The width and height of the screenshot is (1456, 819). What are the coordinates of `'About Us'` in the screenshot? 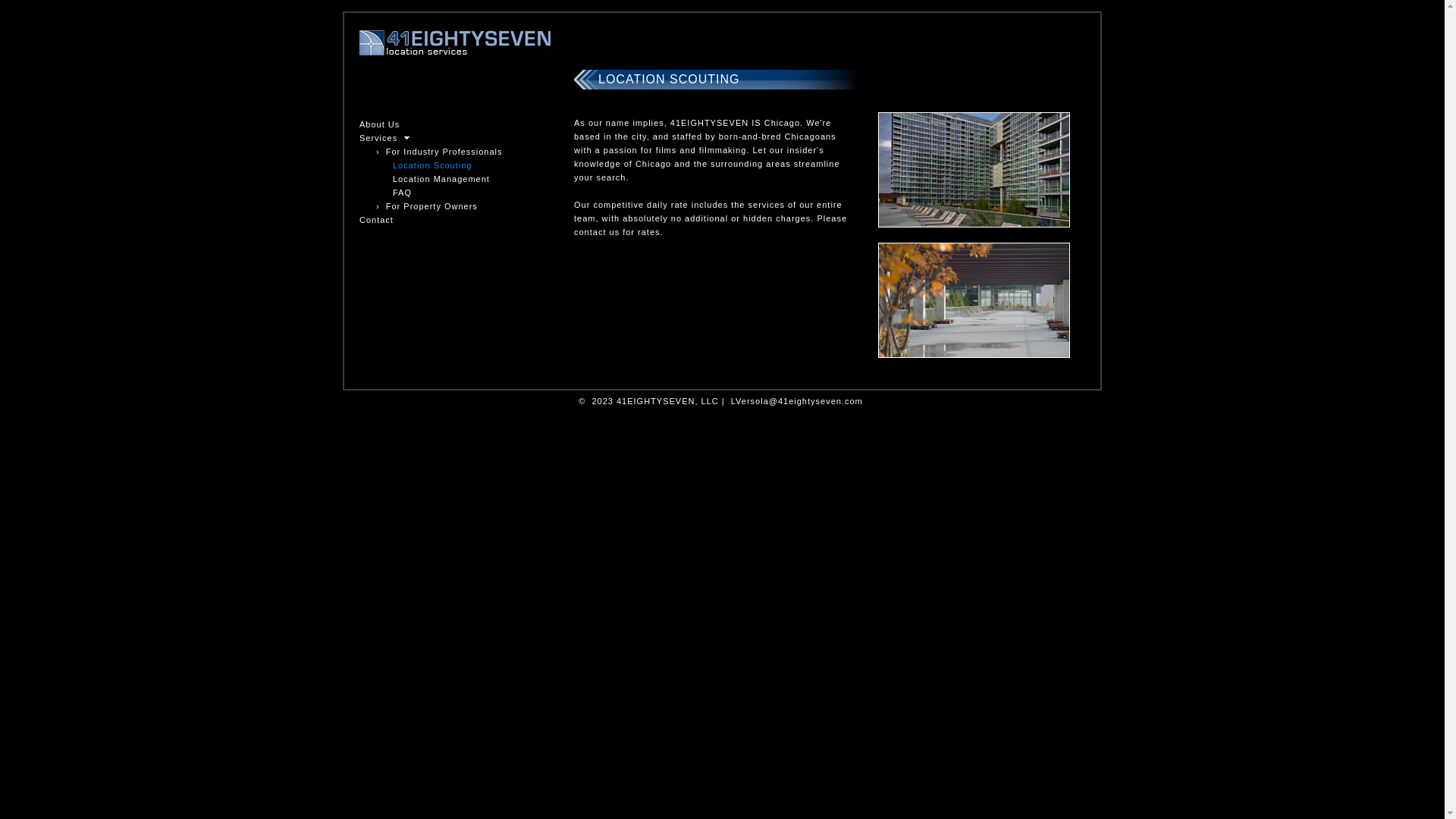 It's located at (379, 124).